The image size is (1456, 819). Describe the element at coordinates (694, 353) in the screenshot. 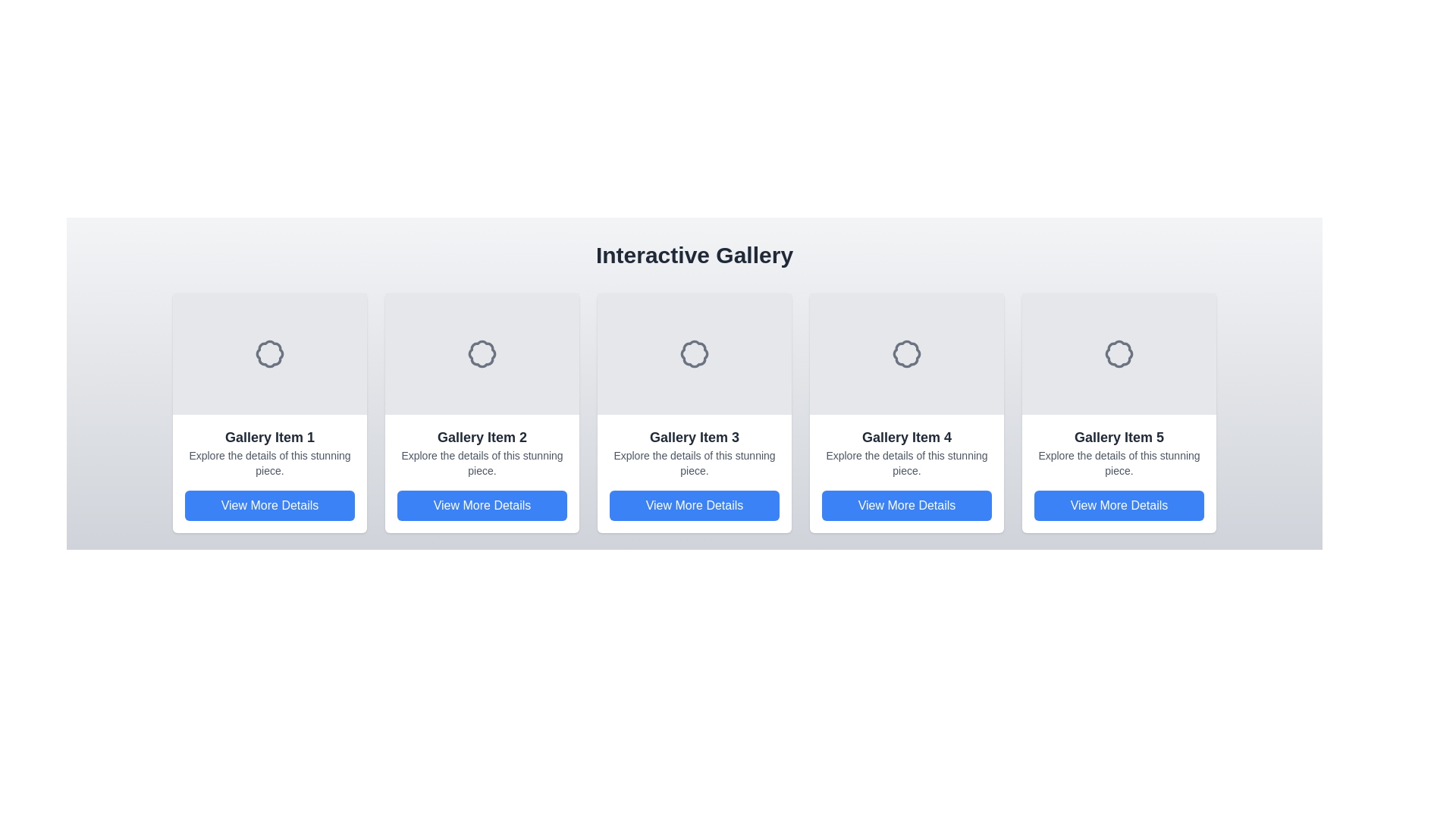

I see `the center of the circular badge-shaped icon with scalloped edges located in the header area of Gallery Item 3 for feedback interaction` at that location.